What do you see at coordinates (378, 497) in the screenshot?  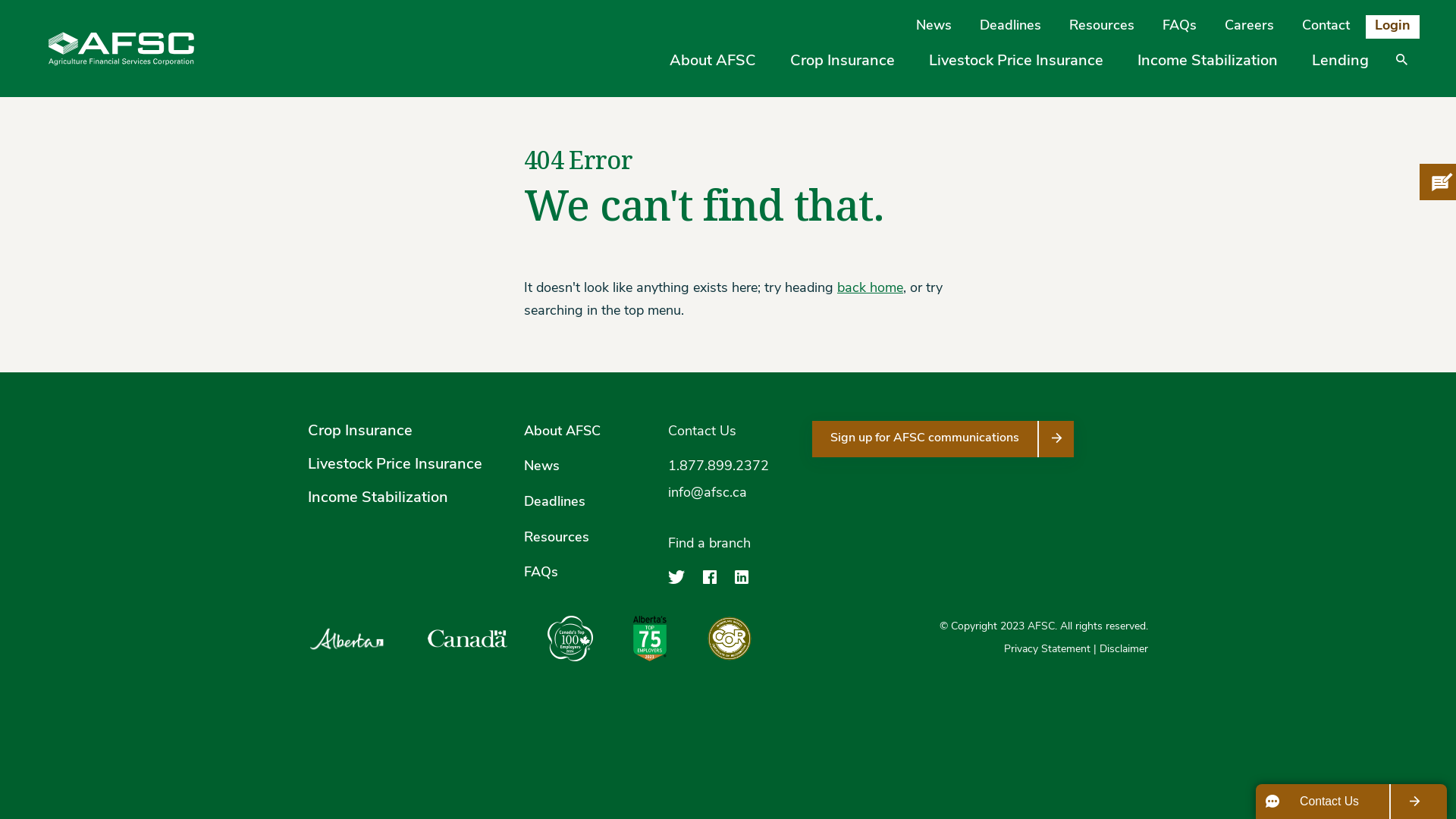 I see `'Income Stabilization'` at bounding box center [378, 497].